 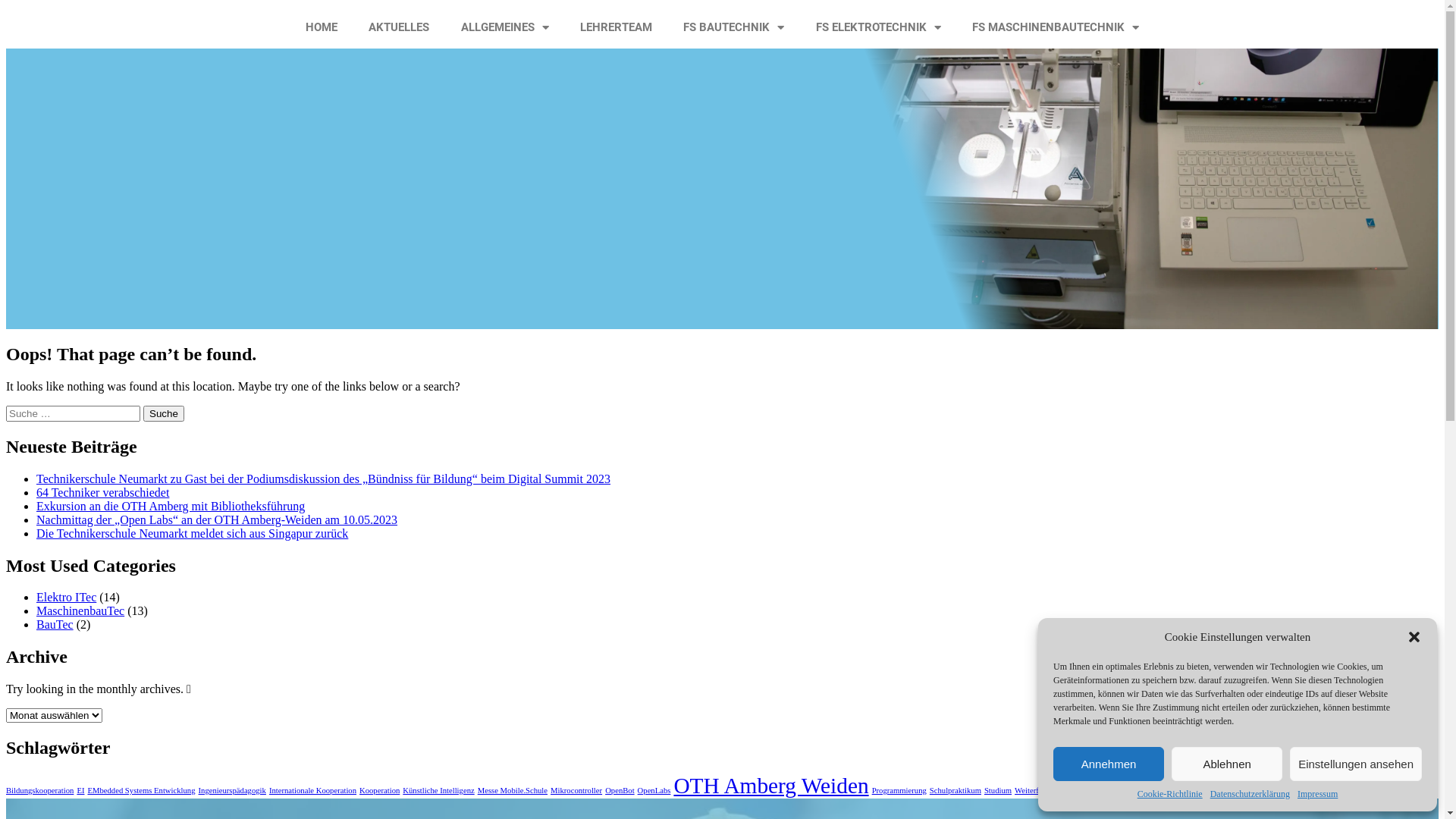 I want to click on 'EI', so click(x=79, y=789).